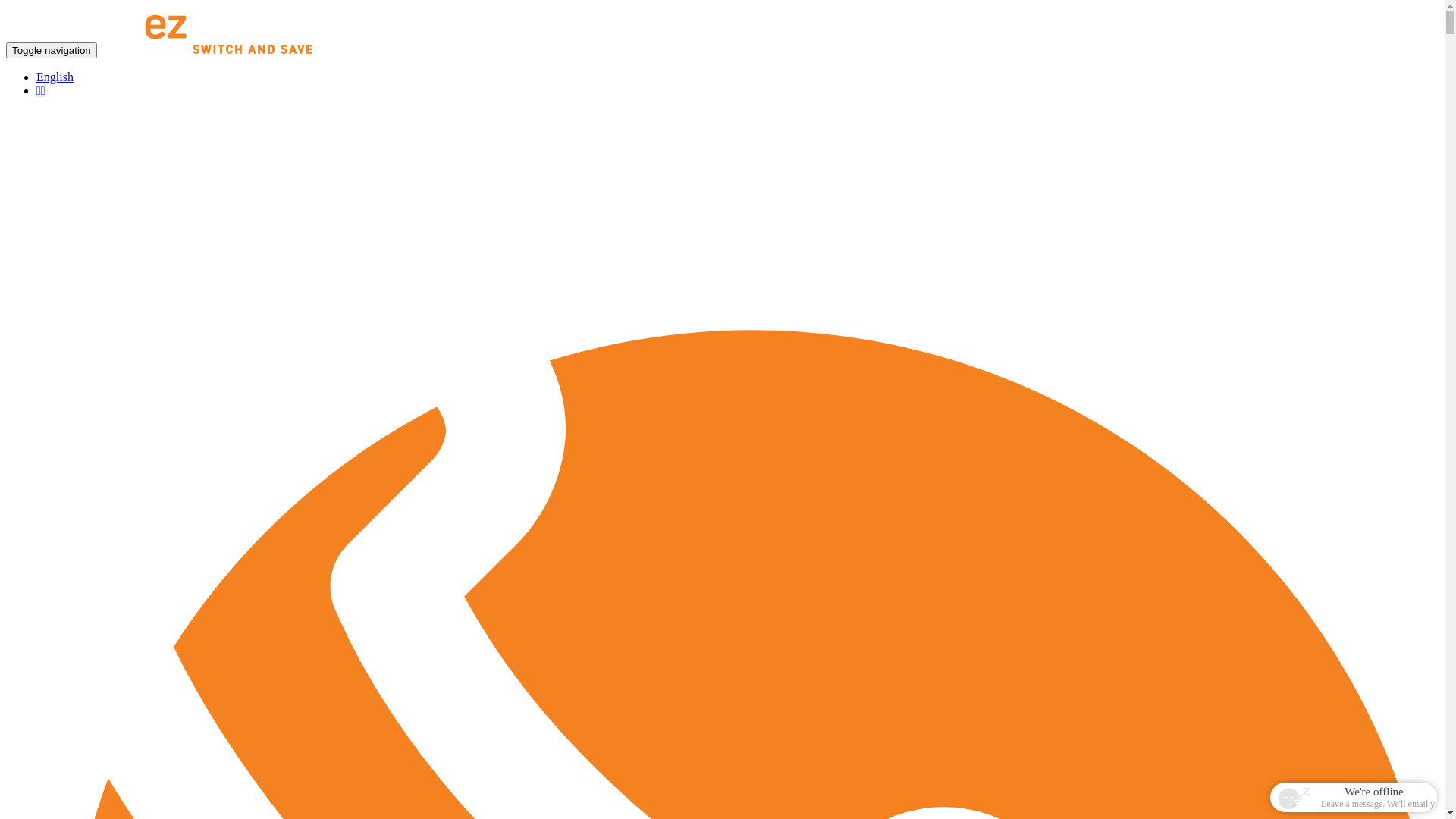  I want to click on 'English', so click(55, 77).